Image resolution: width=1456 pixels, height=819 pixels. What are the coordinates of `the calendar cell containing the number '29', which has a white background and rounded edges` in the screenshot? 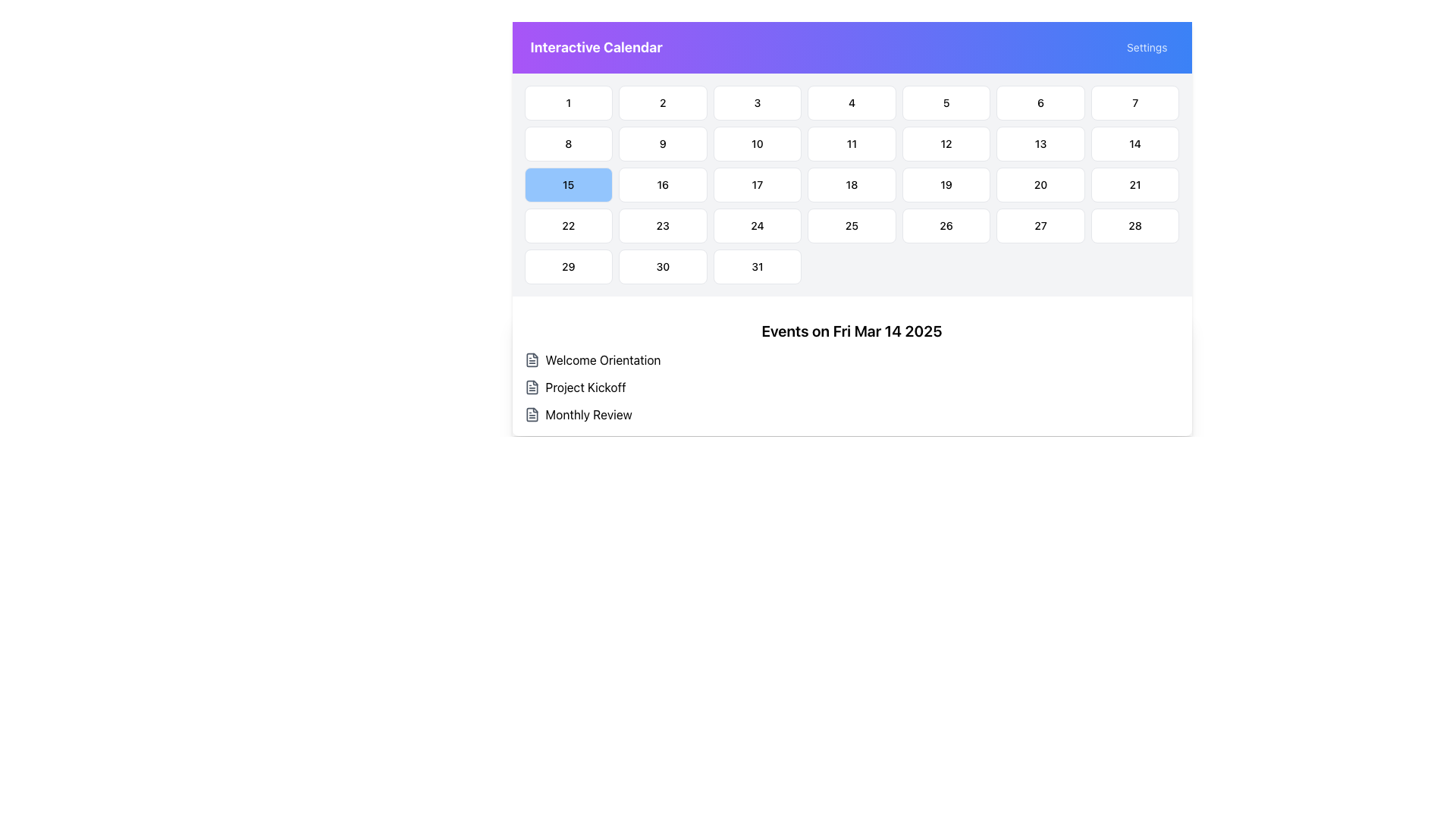 It's located at (567, 265).